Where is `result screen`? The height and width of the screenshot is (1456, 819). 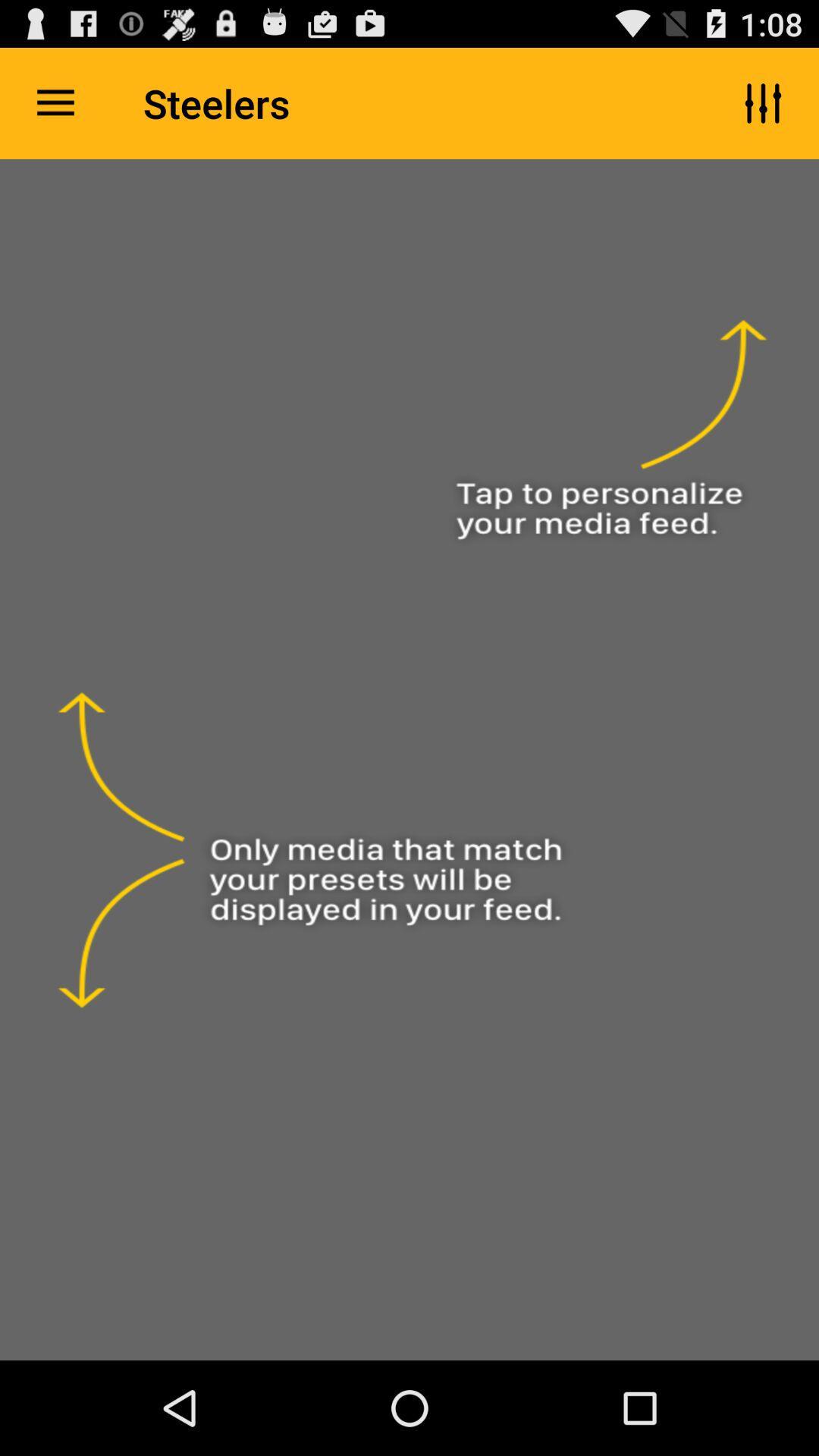
result screen is located at coordinates (409, 760).